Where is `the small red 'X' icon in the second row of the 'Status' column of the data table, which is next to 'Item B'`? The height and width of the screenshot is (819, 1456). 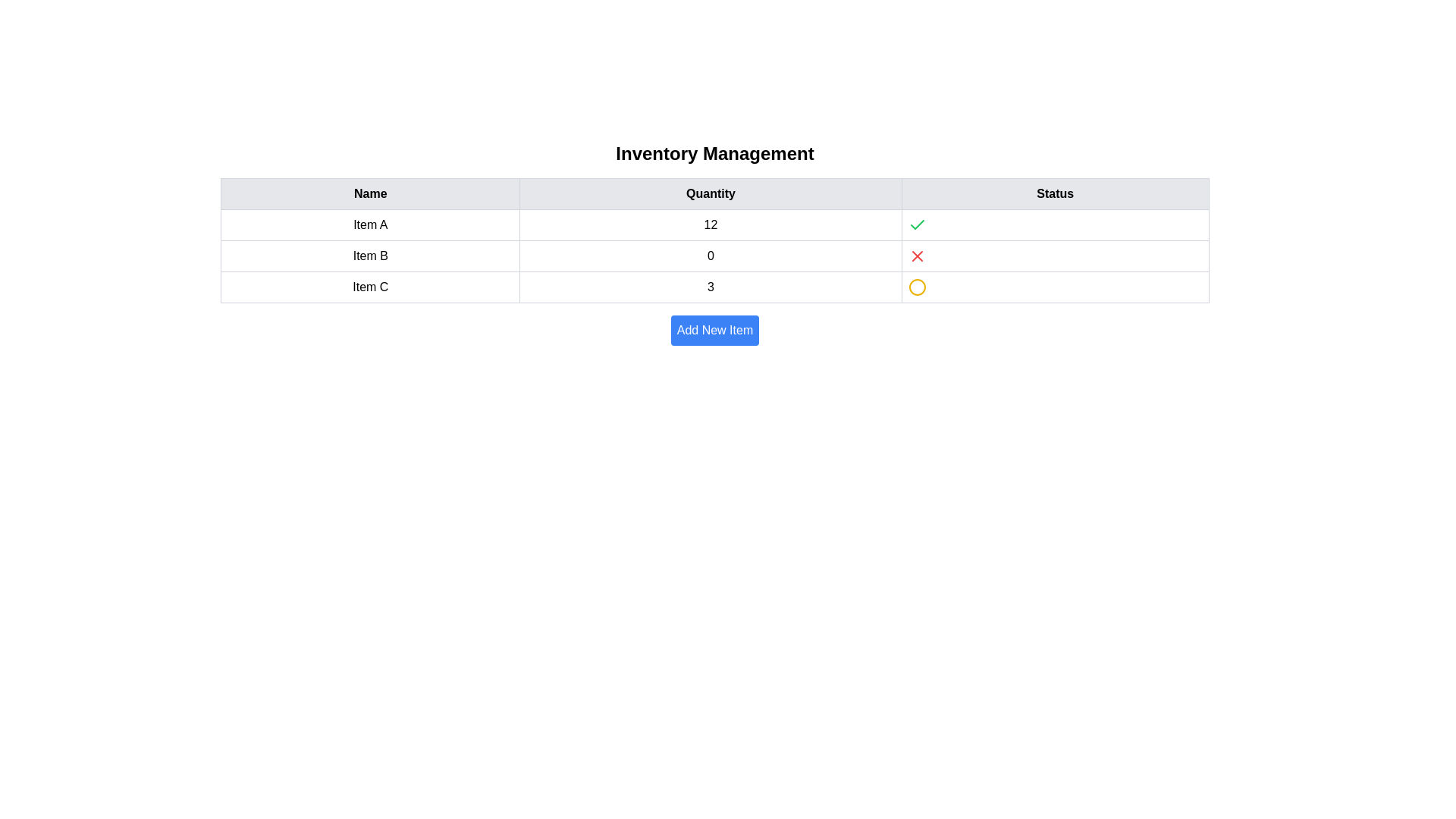 the small red 'X' icon in the second row of the 'Status' column of the data table, which is next to 'Item B' is located at coordinates (916, 256).